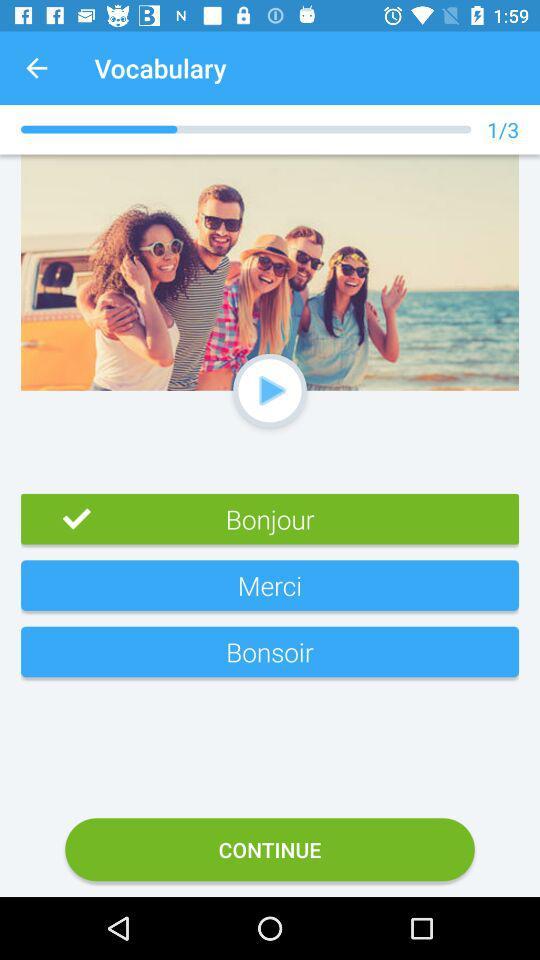  What do you see at coordinates (36, 68) in the screenshot?
I see `app next to vocabulary item` at bounding box center [36, 68].